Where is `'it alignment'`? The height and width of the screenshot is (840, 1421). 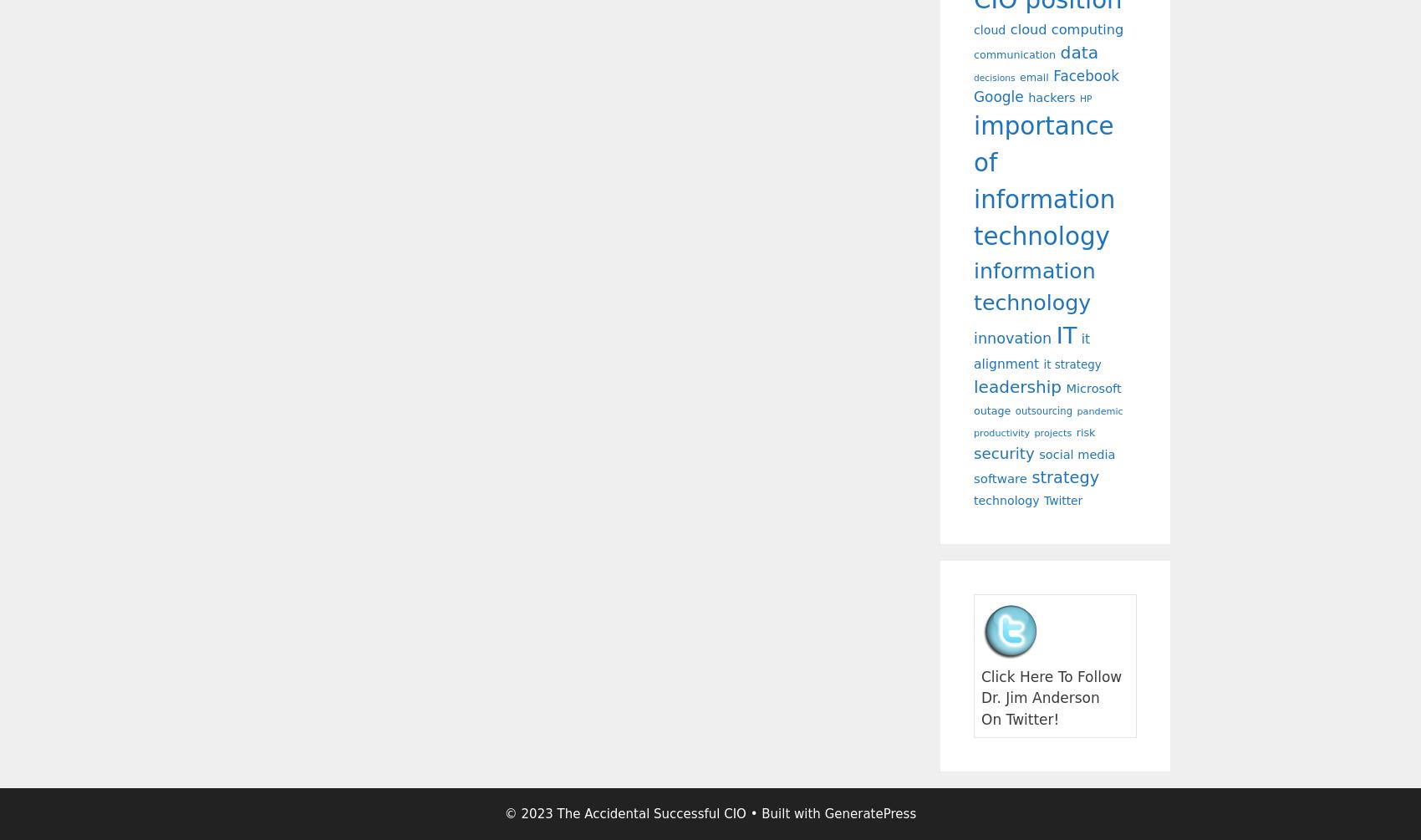
'it alignment' is located at coordinates (1031, 350).